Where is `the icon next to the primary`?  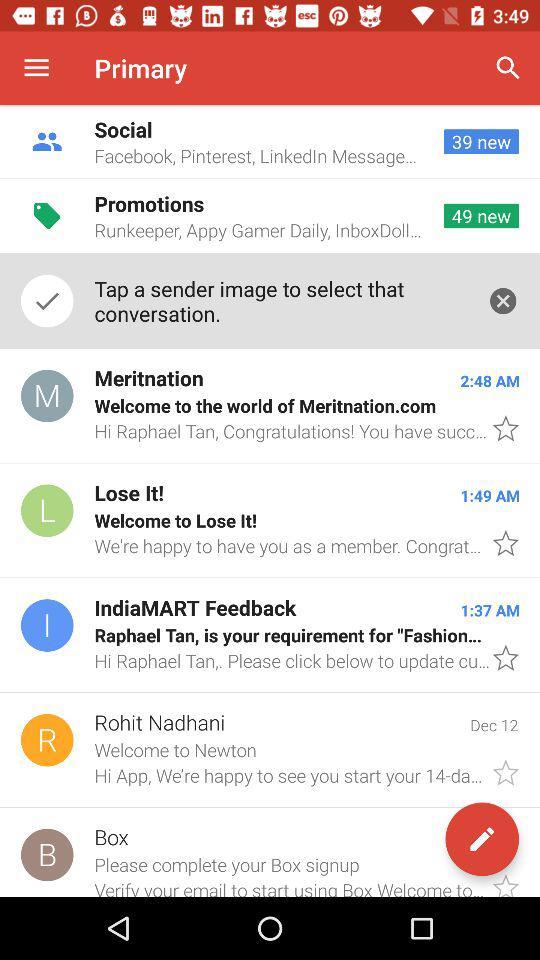 the icon next to the primary is located at coordinates (508, 68).